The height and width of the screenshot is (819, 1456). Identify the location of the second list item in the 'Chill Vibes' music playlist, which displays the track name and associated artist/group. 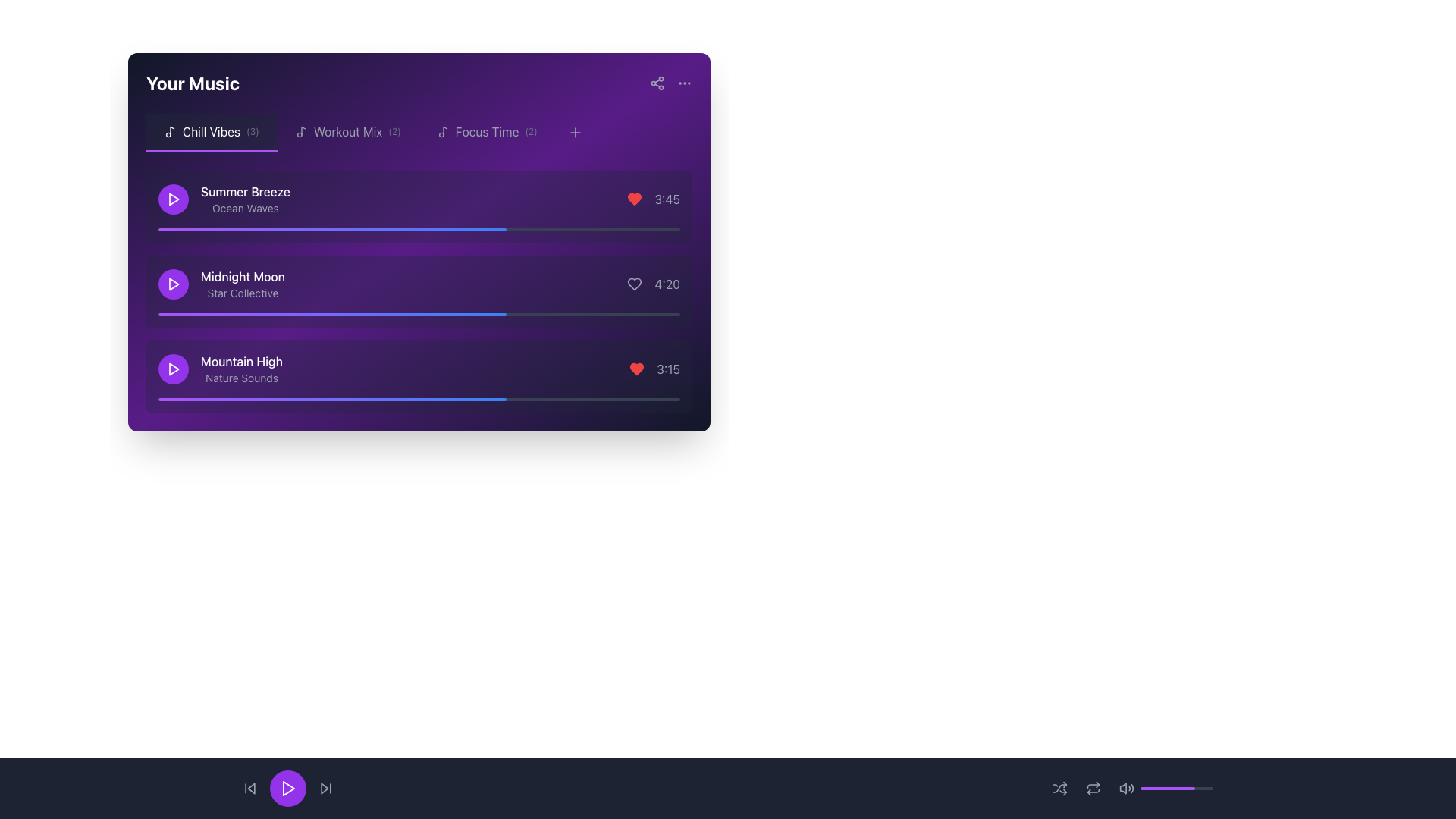
(221, 284).